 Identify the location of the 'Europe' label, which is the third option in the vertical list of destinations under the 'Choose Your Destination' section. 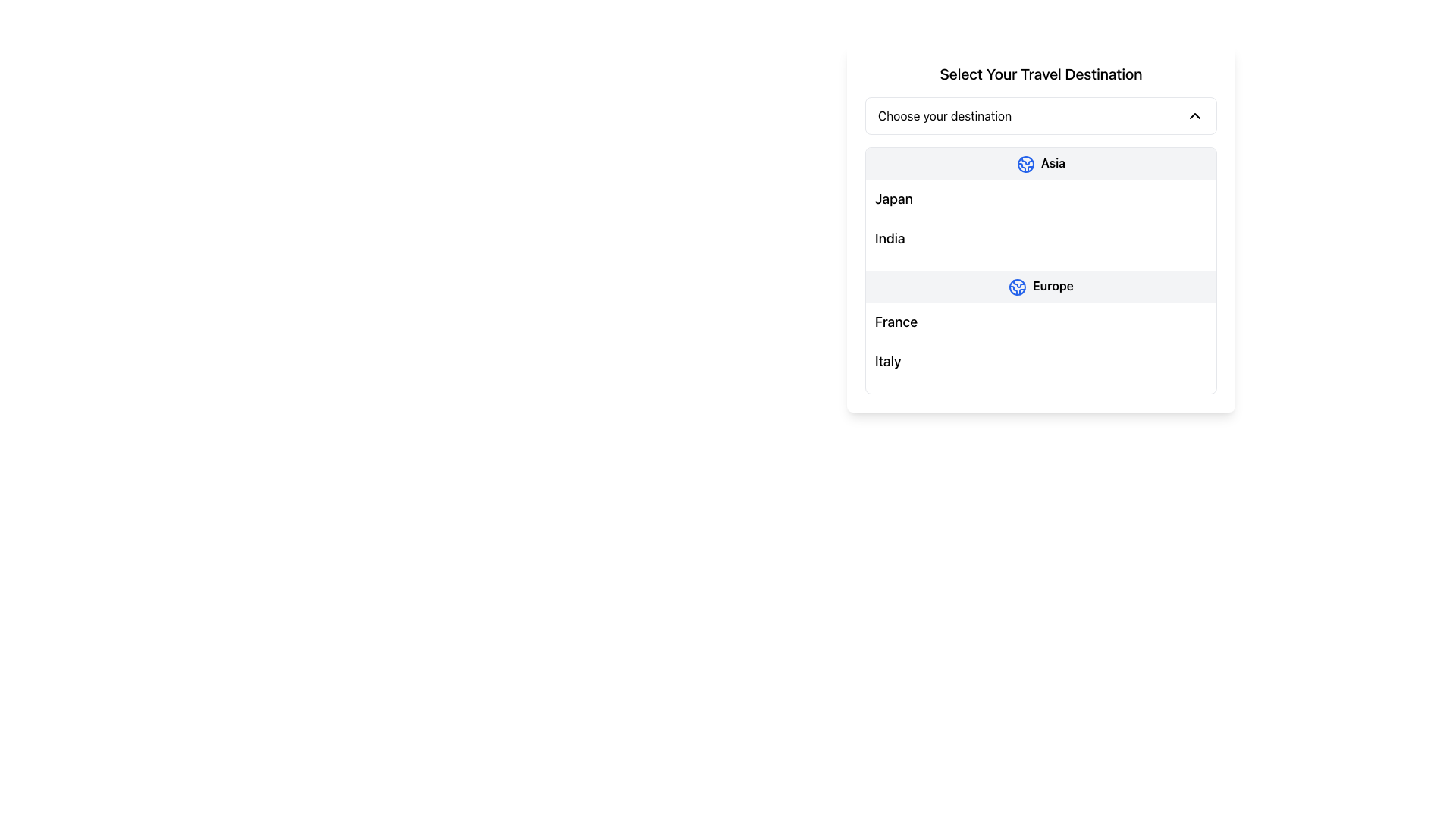
(1040, 286).